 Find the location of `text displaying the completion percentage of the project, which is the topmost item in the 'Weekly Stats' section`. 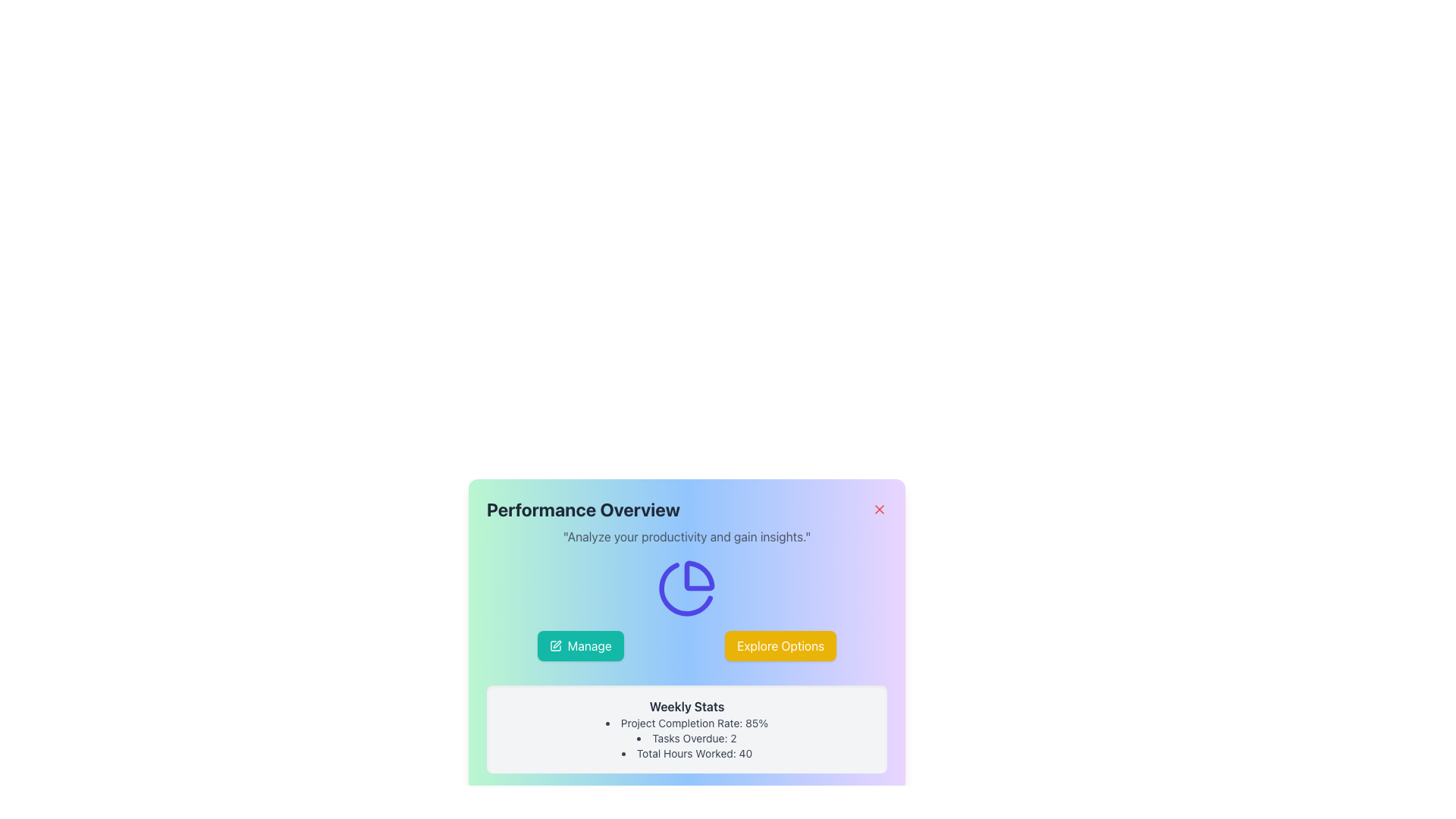

text displaying the completion percentage of the project, which is the topmost item in the 'Weekly Stats' section is located at coordinates (686, 722).